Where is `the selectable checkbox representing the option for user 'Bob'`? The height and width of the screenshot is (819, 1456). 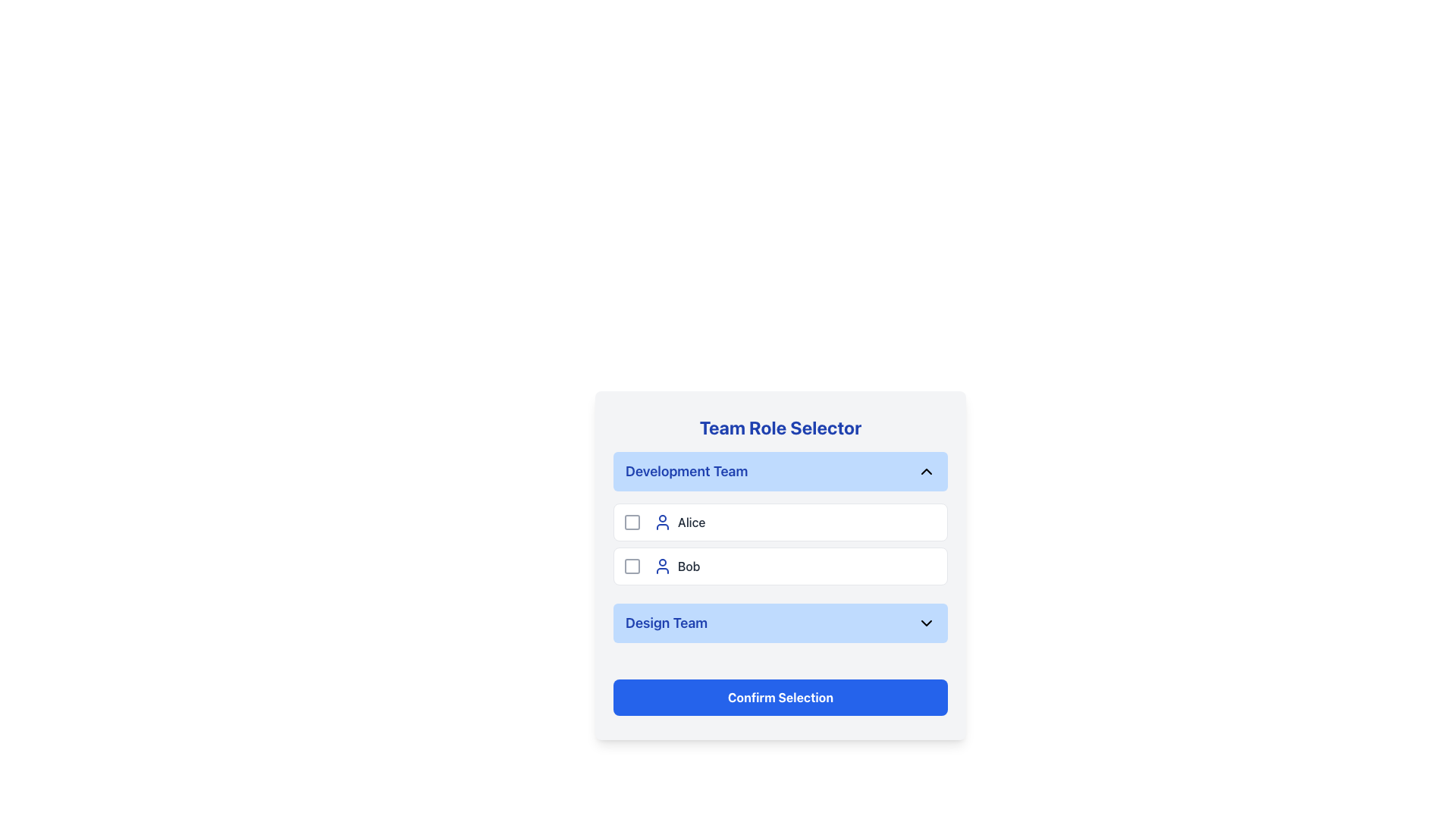 the selectable checkbox representing the option for user 'Bob' is located at coordinates (632, 566).